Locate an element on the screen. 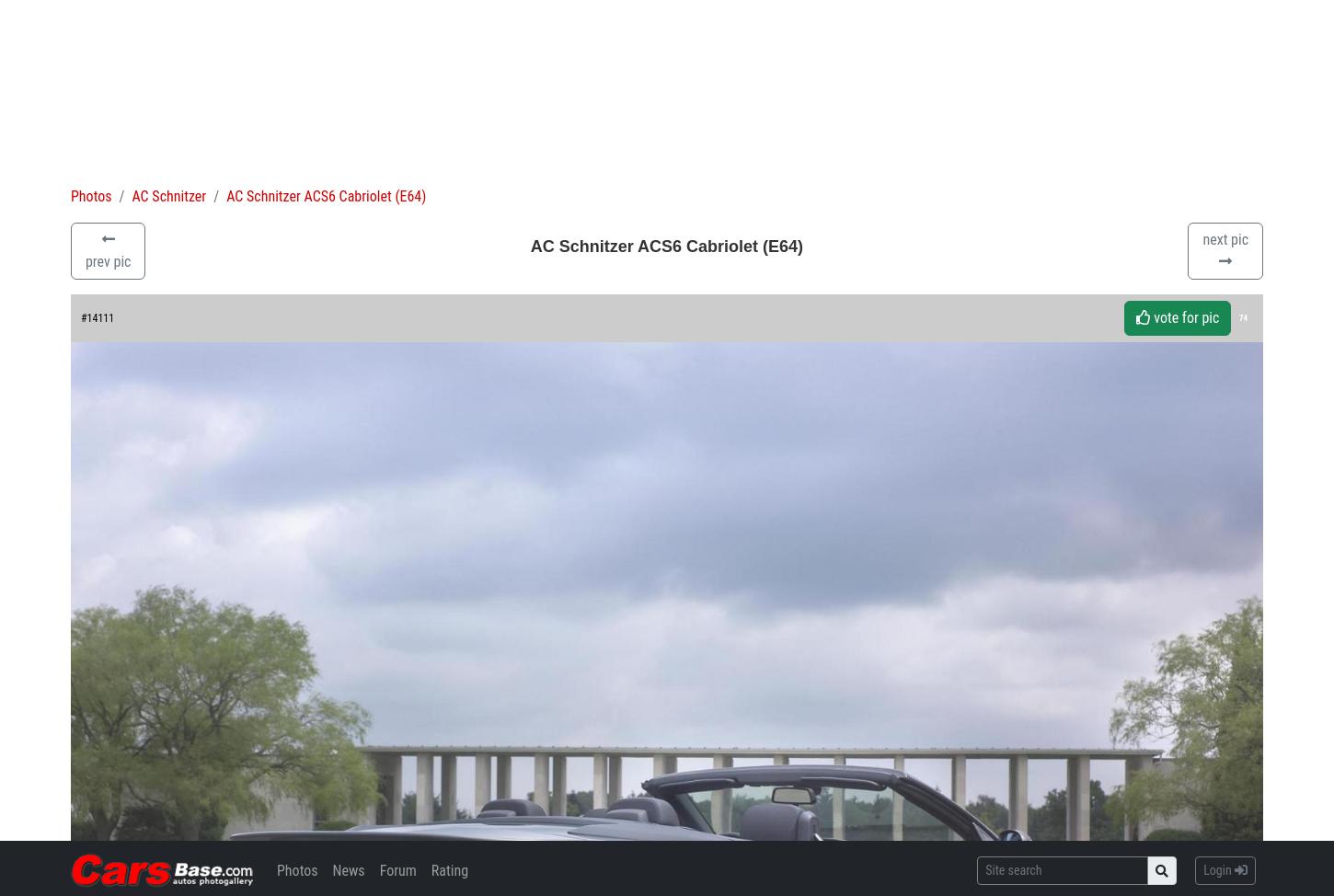 The width and height of the screenshot is (1334, 896). '(Download' is located at coordinates (103, 613).